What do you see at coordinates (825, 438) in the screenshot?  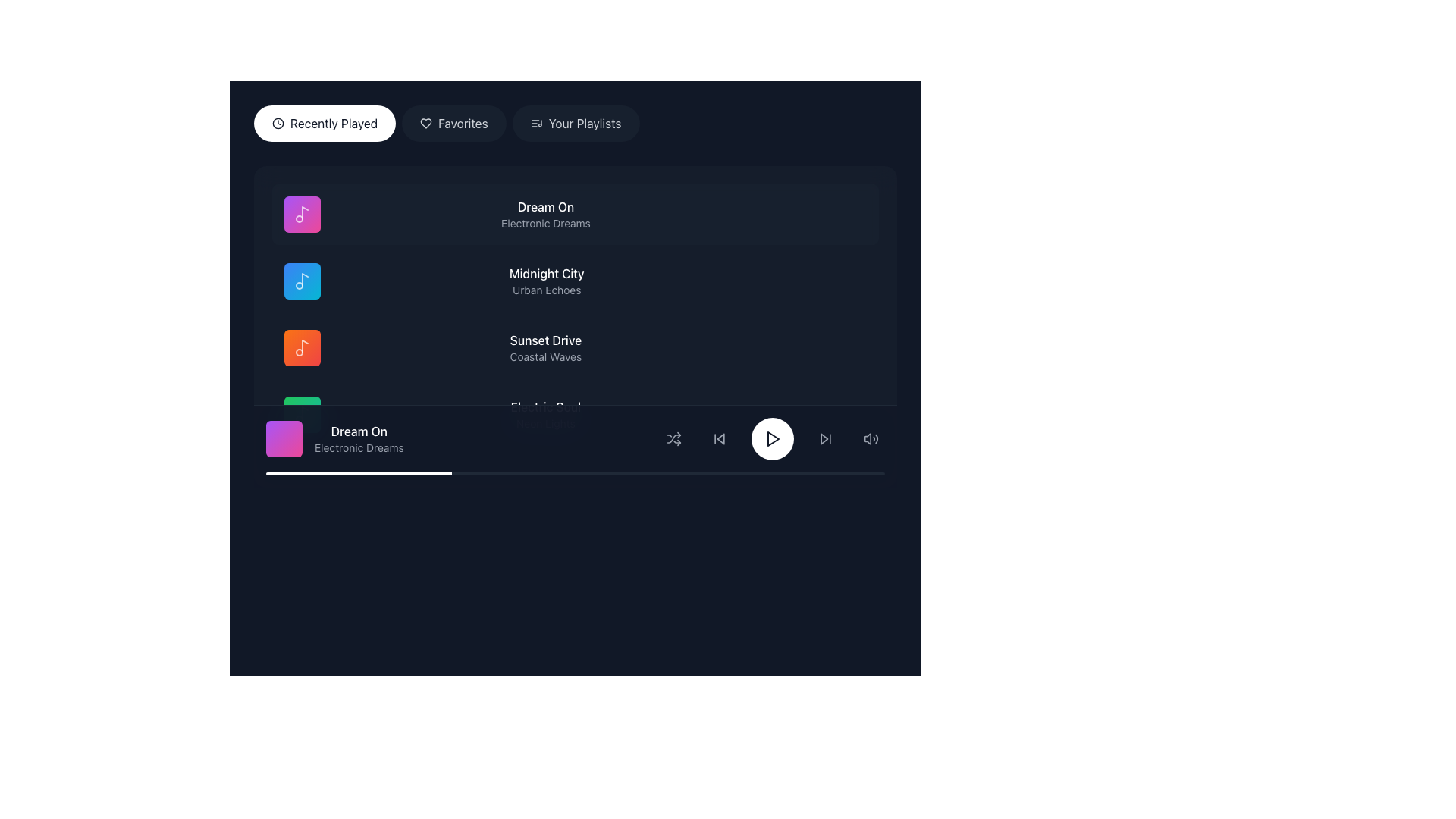 I see `the skip-forward button, which is represented by a right-facing triangle and vertical line, located in the bottom playback control area to the right of the central play button` at bounding box center [825, 438].